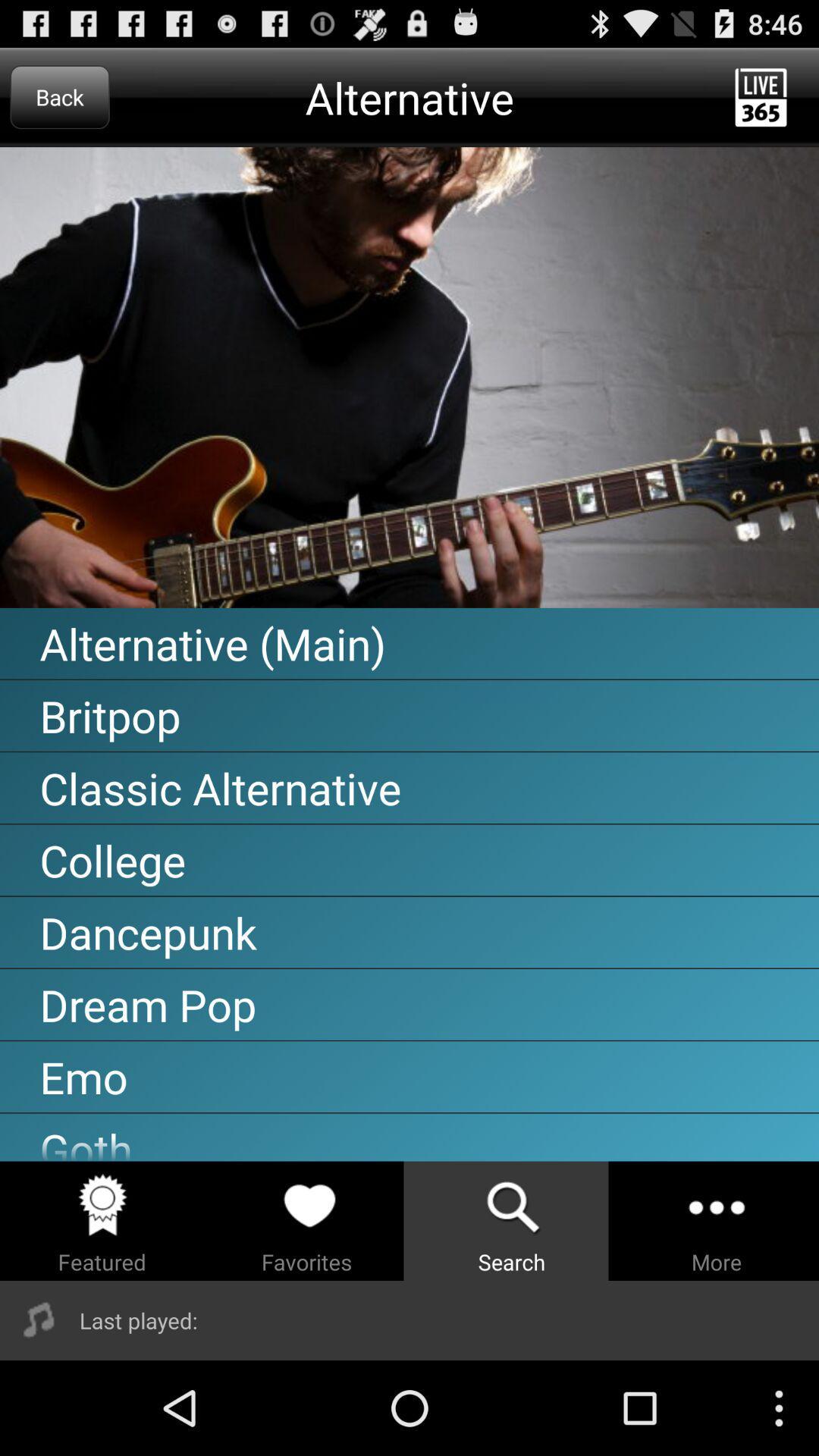 The width and height of the screenshot is (819, 1456). I want to click on logo image, so click(409, 378).